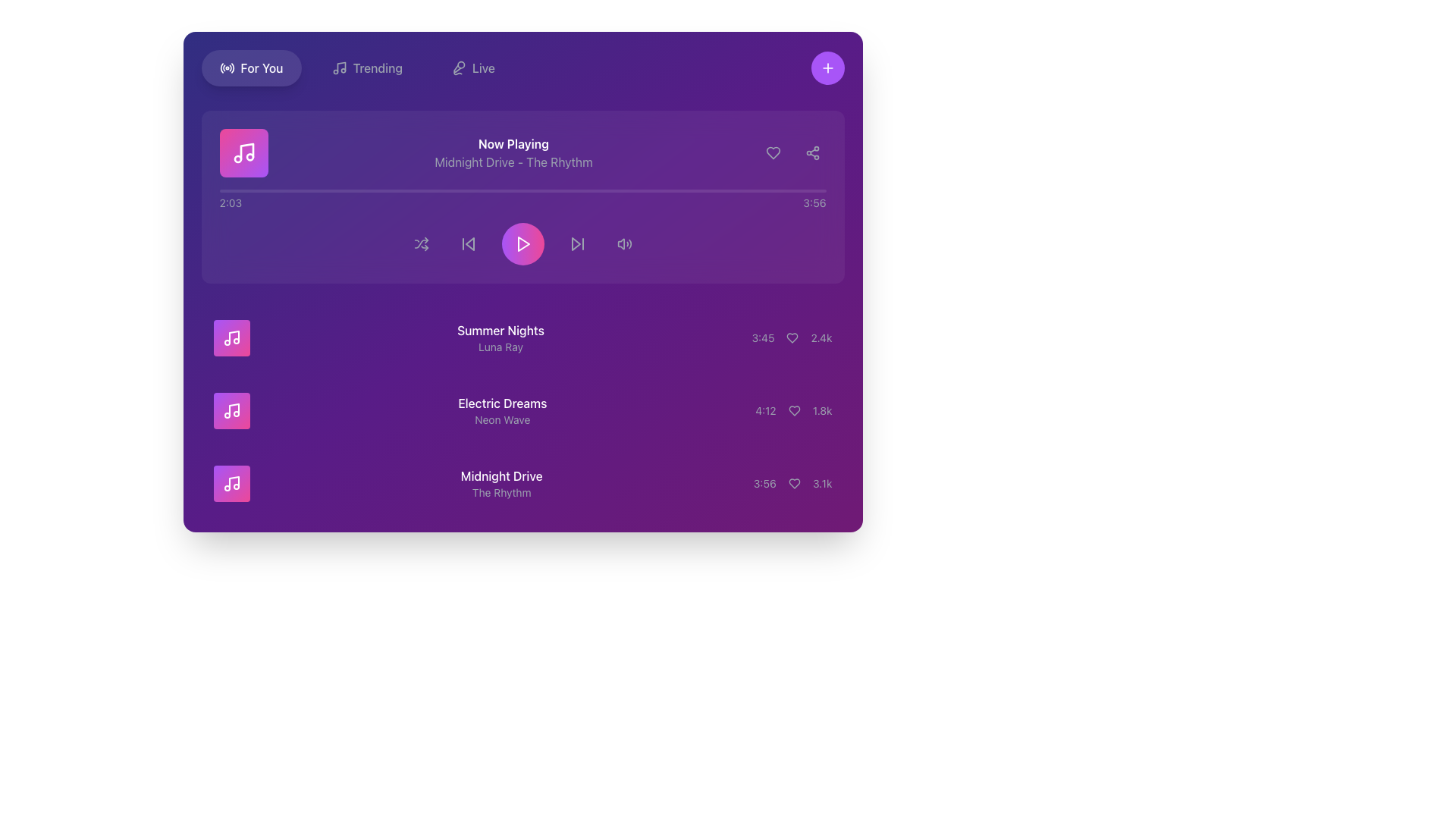  What do you see at coordinates (773, 152) in the screenshot?
I see `the 'like' icon button located in the 'Now Playing' section` at bounding box center [773, 152].